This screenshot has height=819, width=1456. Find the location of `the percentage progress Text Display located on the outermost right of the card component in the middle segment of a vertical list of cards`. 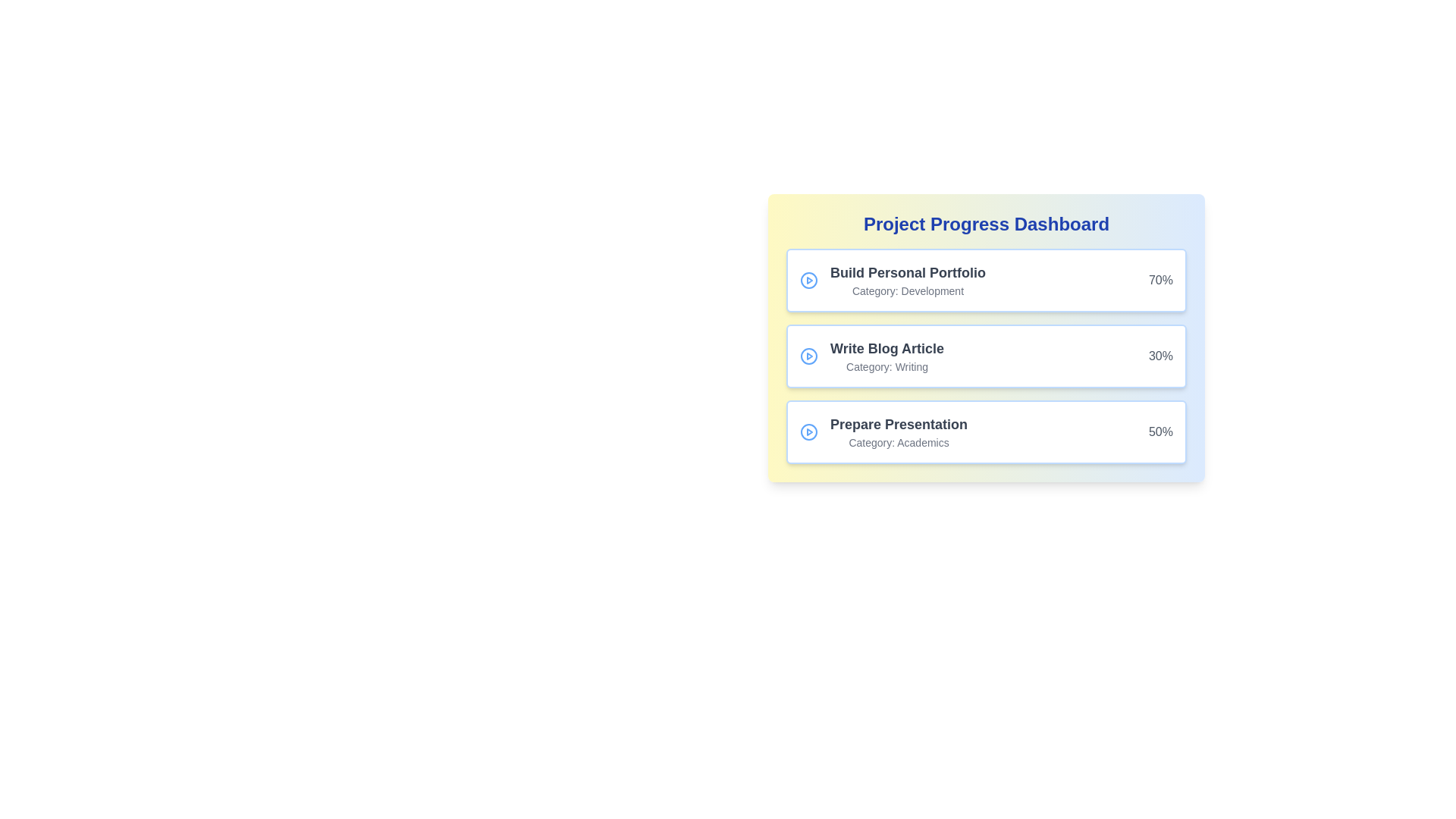

the percentage progress Text Display located on the outermost right of the card component in the middle segment of a vertical list of cards is located at coordinates (1160, 356).